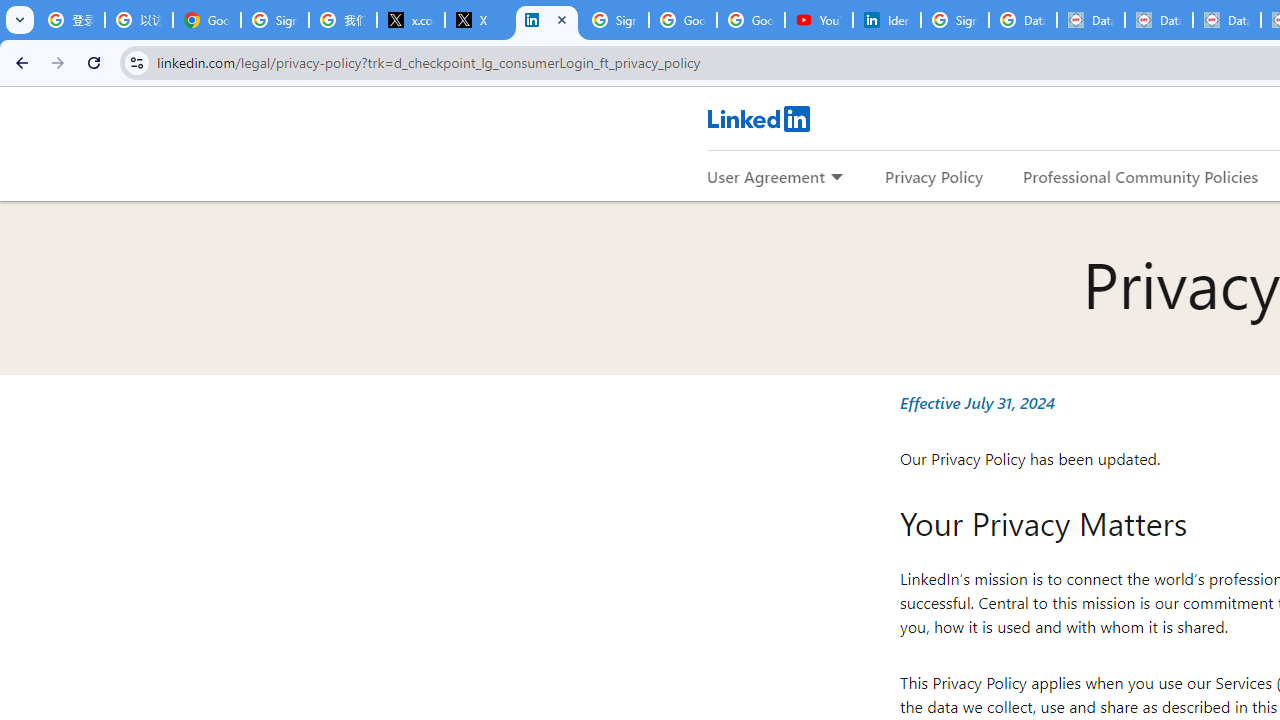 Image resolution: width=1280 pixels, height=720 pixels. Describe the element at coordinates (1090, 20) in the screenshot. I see `'Data Privacy Framework'` at that location.